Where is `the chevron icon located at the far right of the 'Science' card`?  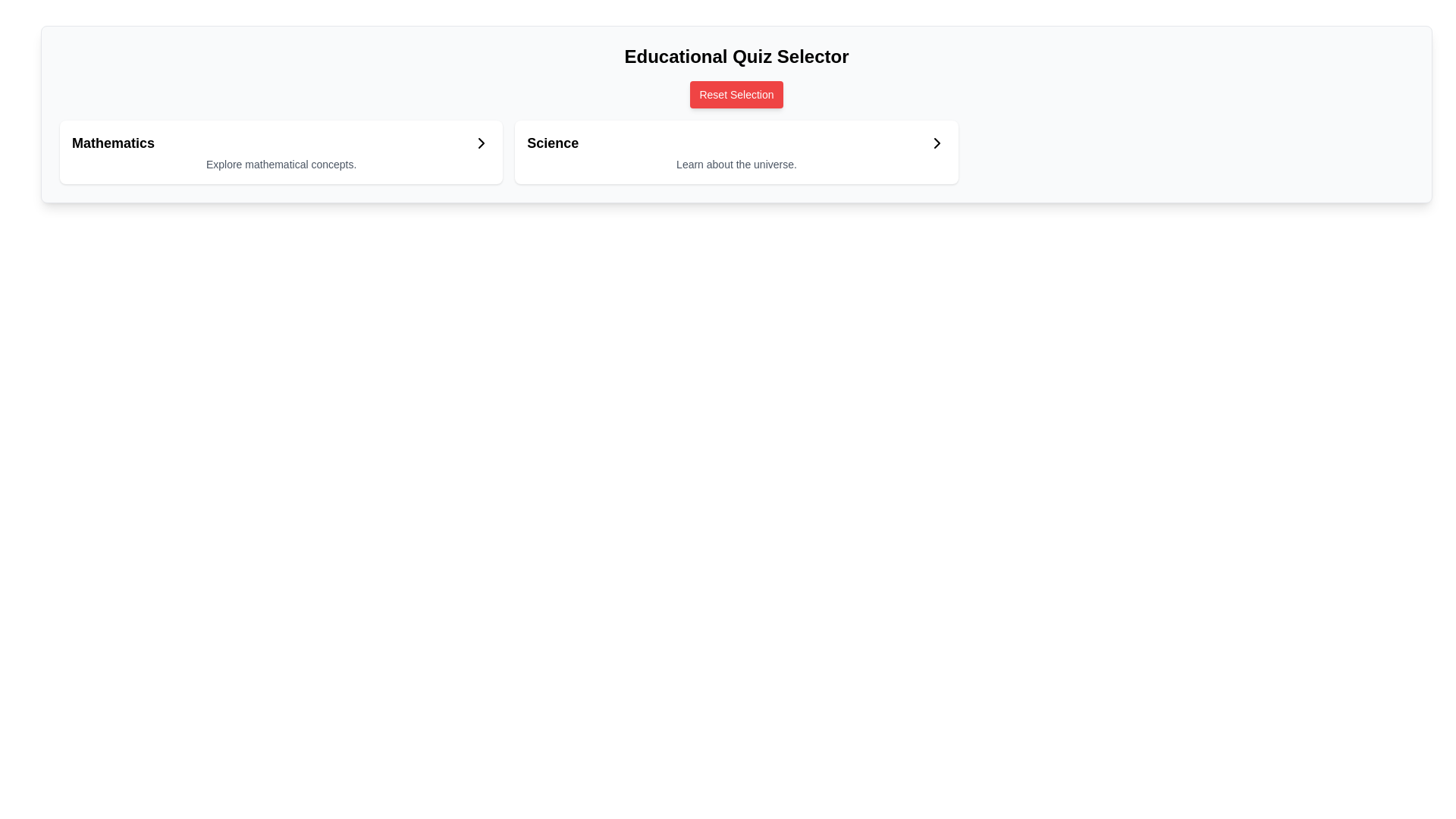
the chevron icon located at the far right of the 'Science' card is located at coordinates (936, 143).